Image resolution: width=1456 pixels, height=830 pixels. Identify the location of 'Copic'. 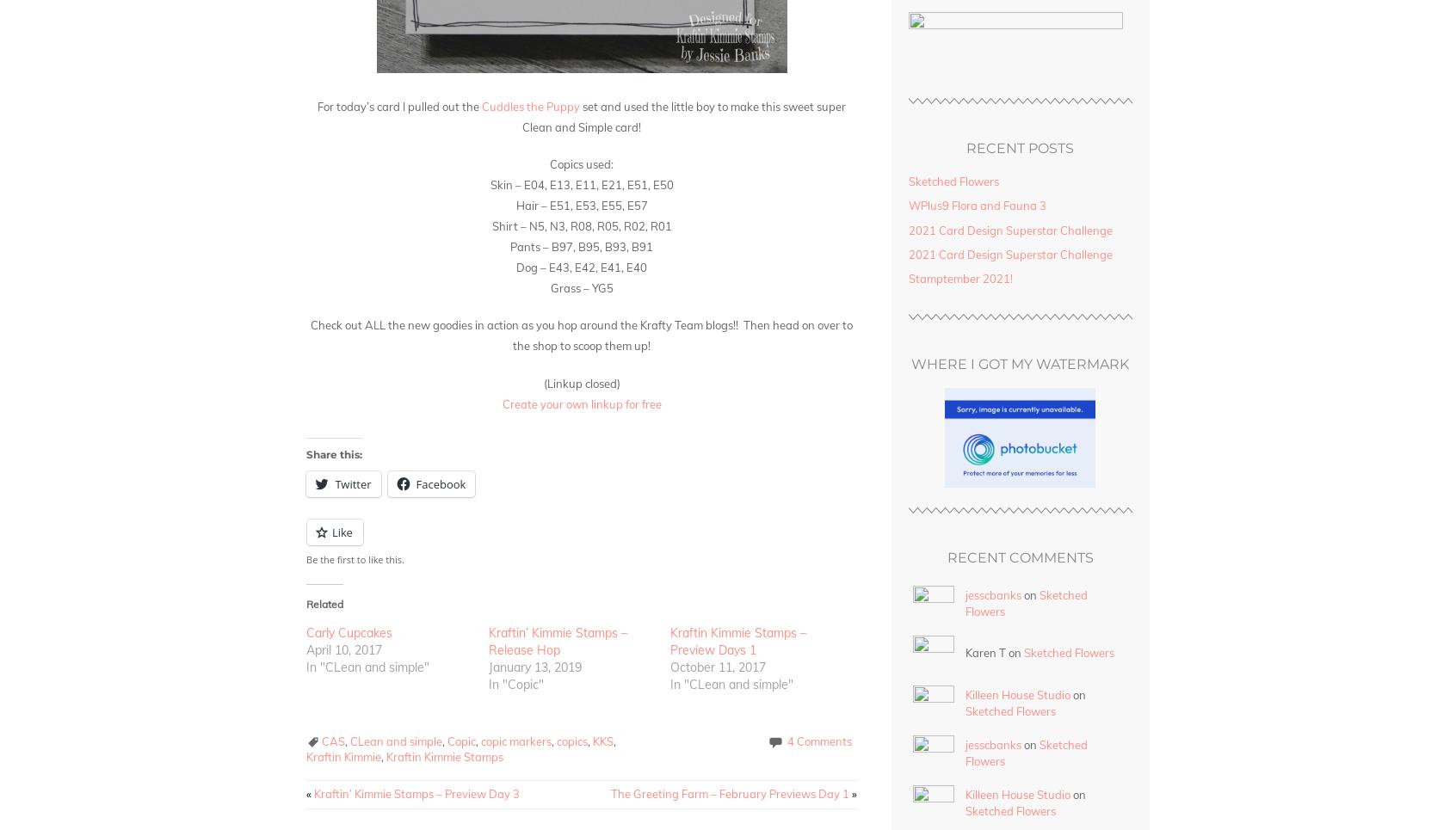
(461, 740).